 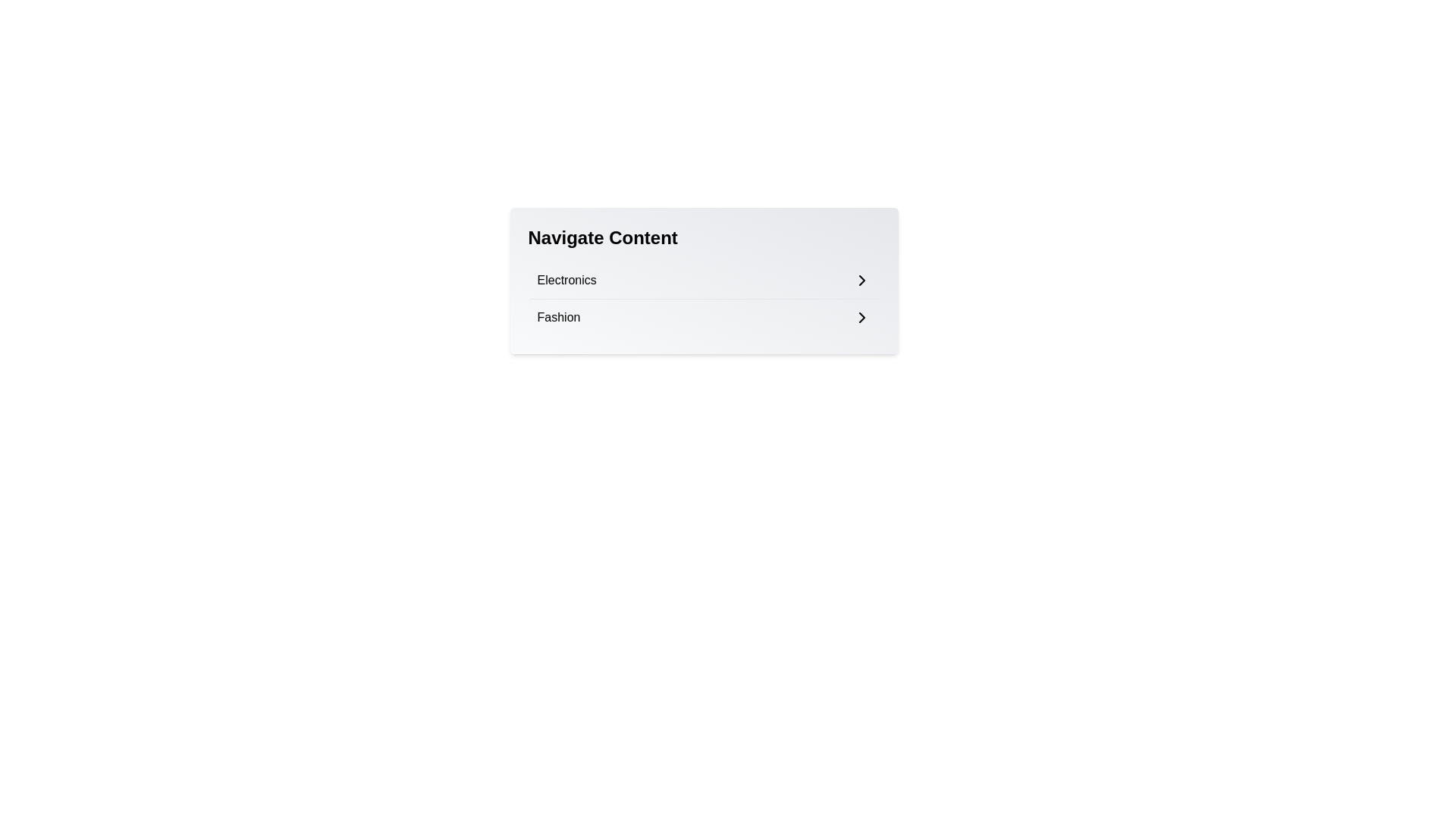 I want to click on the 'Fashion' navigation button located directly below the 'Electronics' item in the menu to change its background, so click(x=703, y=316).